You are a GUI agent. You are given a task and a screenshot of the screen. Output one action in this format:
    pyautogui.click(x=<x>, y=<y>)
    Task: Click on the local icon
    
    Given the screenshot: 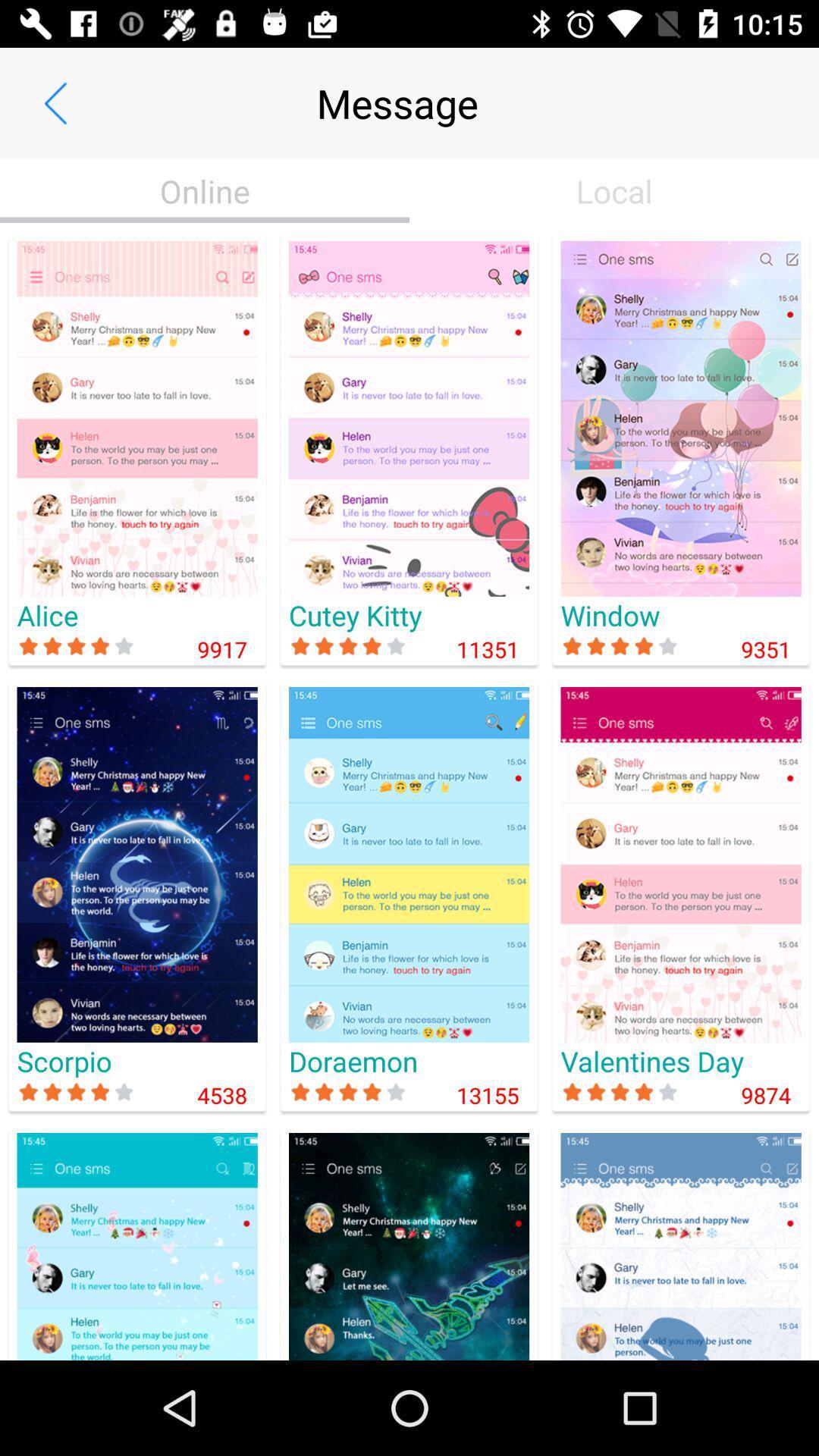 What is the action you would take?
    pyautogui.click(x=614, y=190)
    